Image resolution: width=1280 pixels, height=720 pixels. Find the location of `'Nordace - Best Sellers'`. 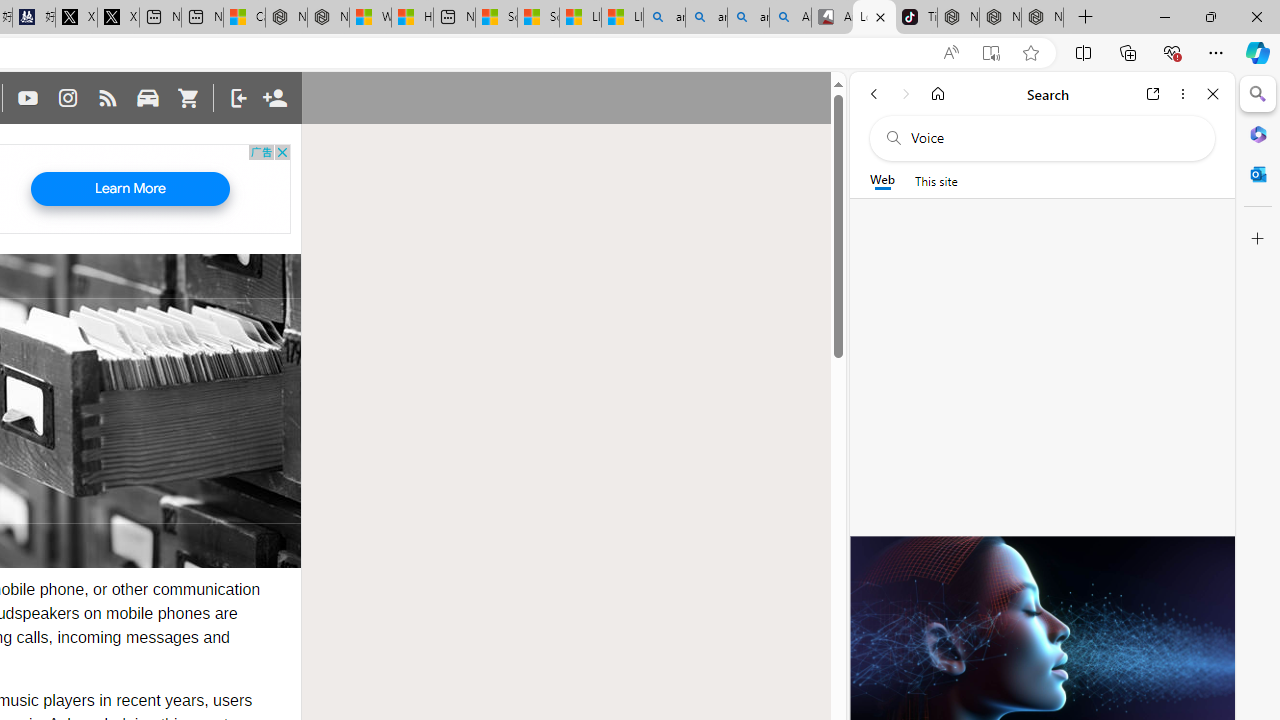

'Nordace - Best Sellers' is located at coordinates (957, 17).